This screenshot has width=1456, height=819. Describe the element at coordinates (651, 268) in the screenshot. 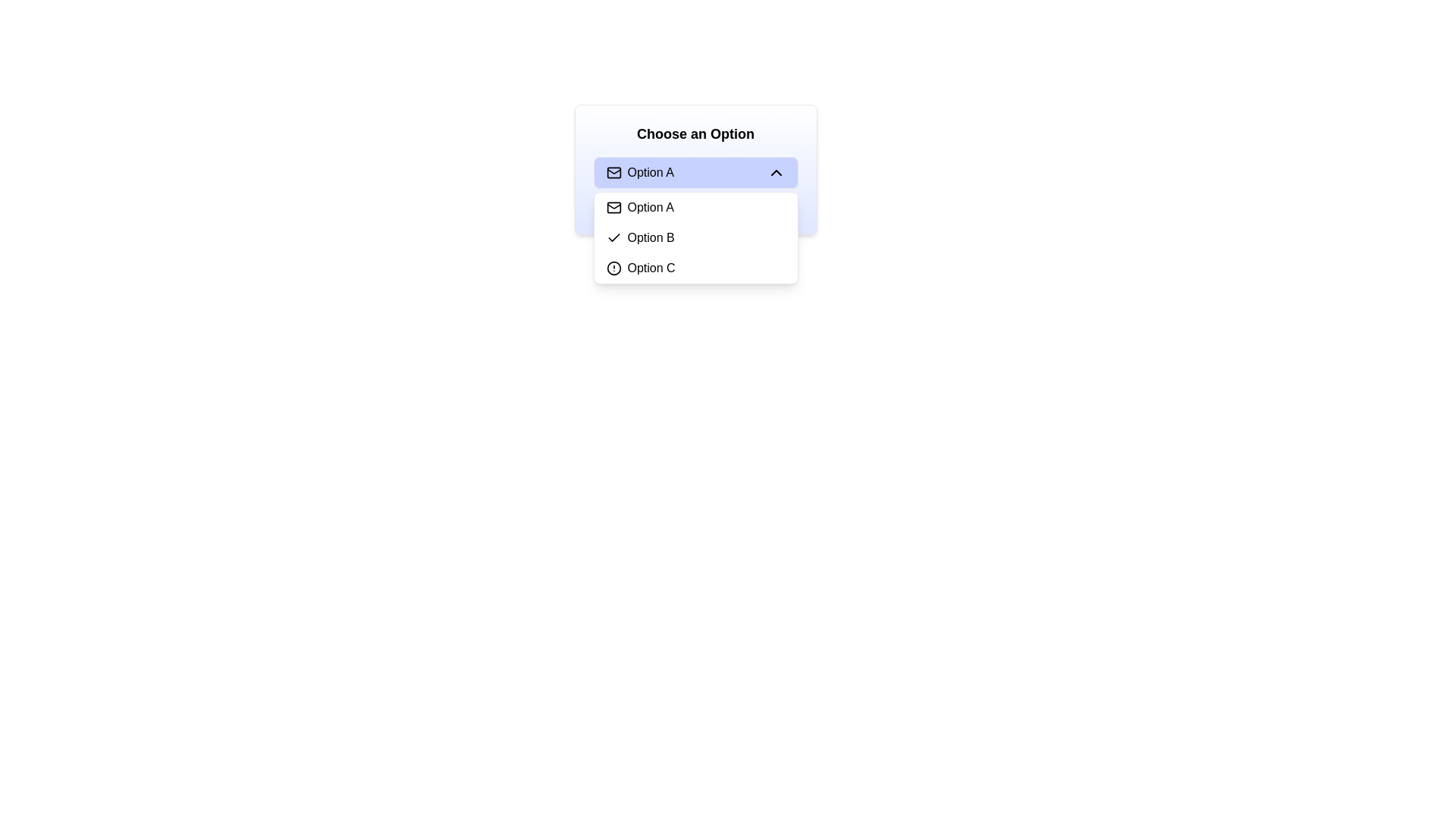

I see `the 'Option C' text label inside the dropdown menu beneath the 'Choose an Option' label` at that location.